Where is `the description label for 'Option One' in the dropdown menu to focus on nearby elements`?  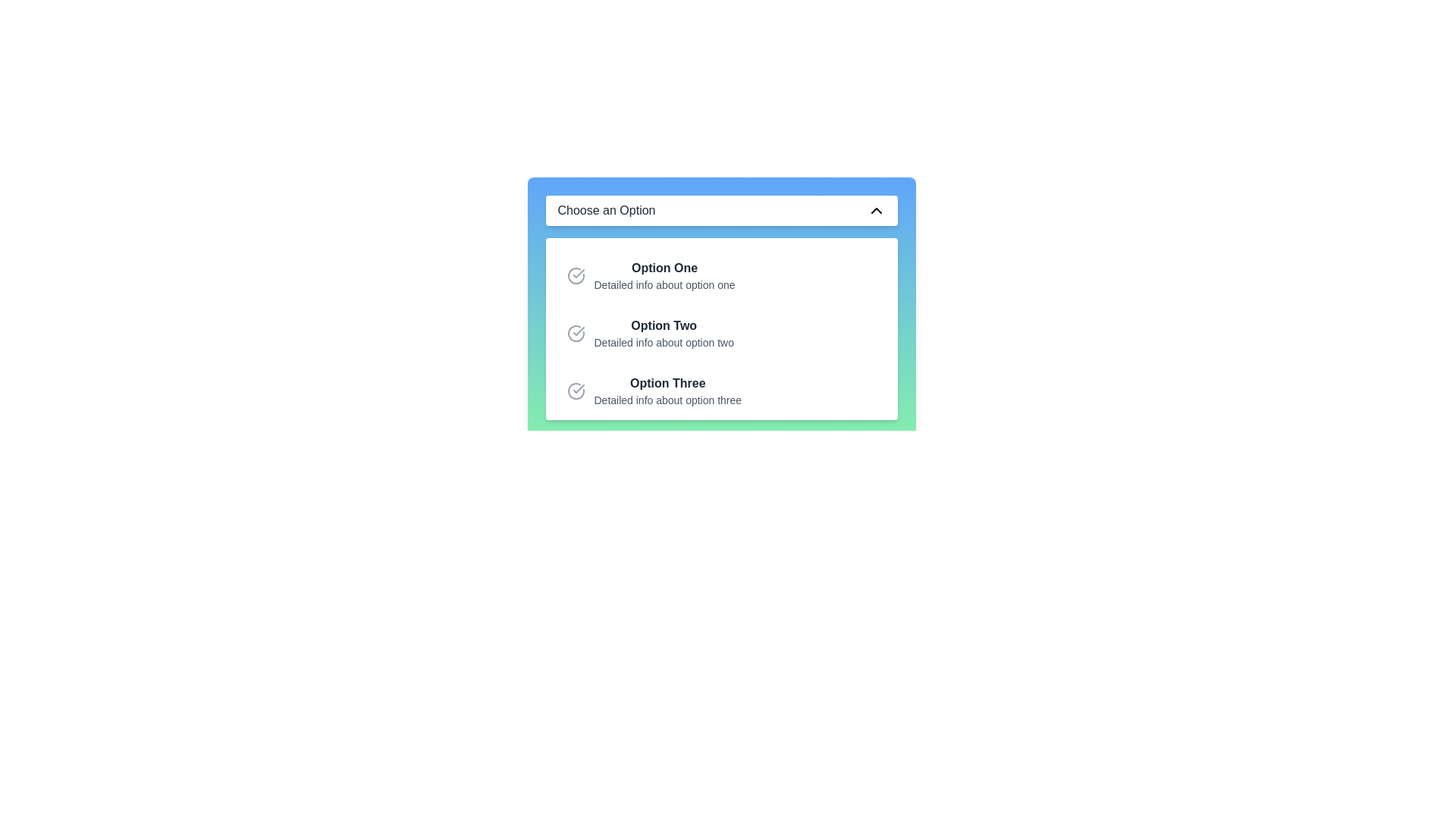
the description label for 'Option One' in the dropdown menu to focus on nearby elements is located at coordinates (664, 284).